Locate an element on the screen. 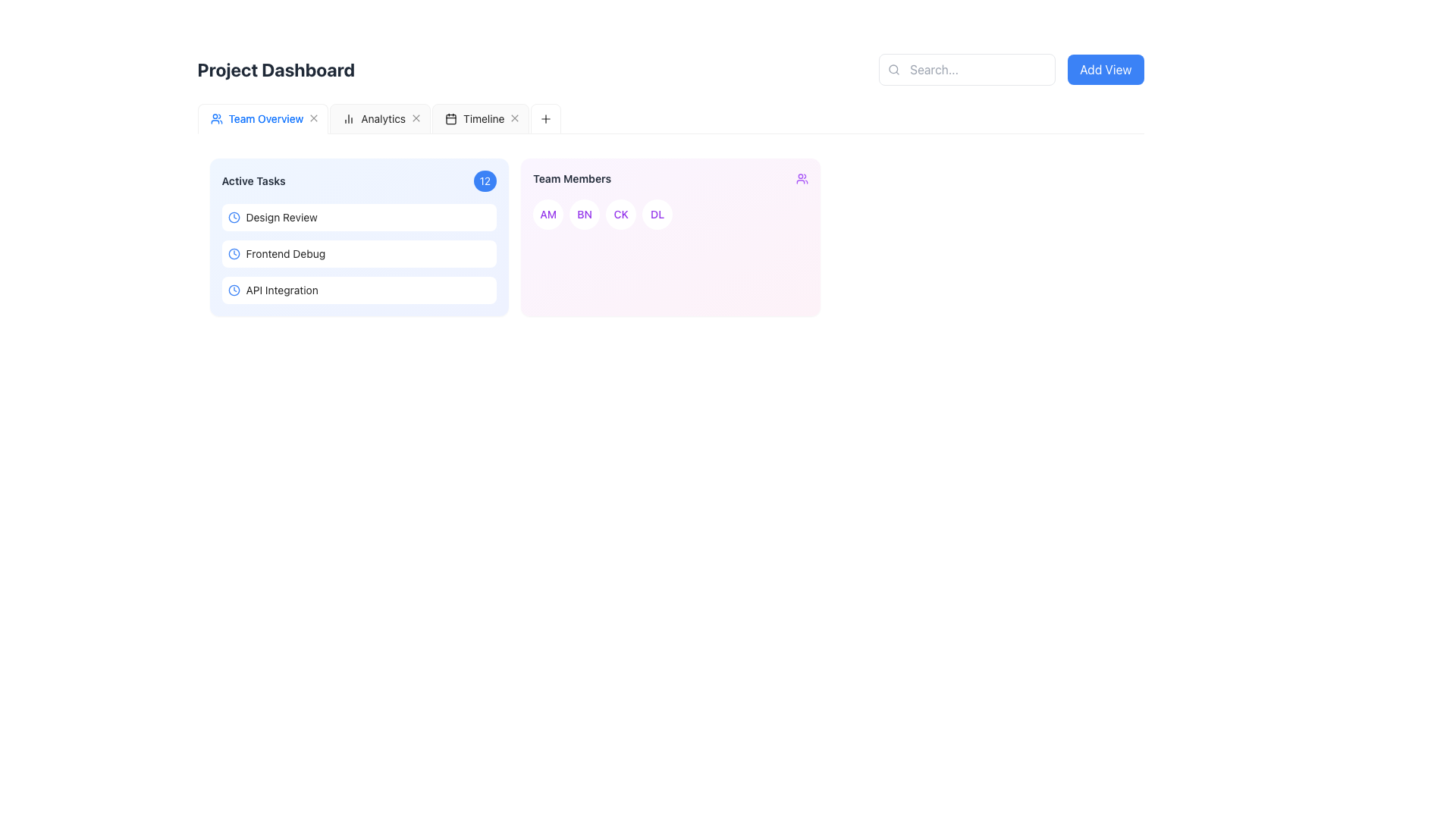  the button at the end of the tab list in the navigation bar is located at coordinates (213, 118).